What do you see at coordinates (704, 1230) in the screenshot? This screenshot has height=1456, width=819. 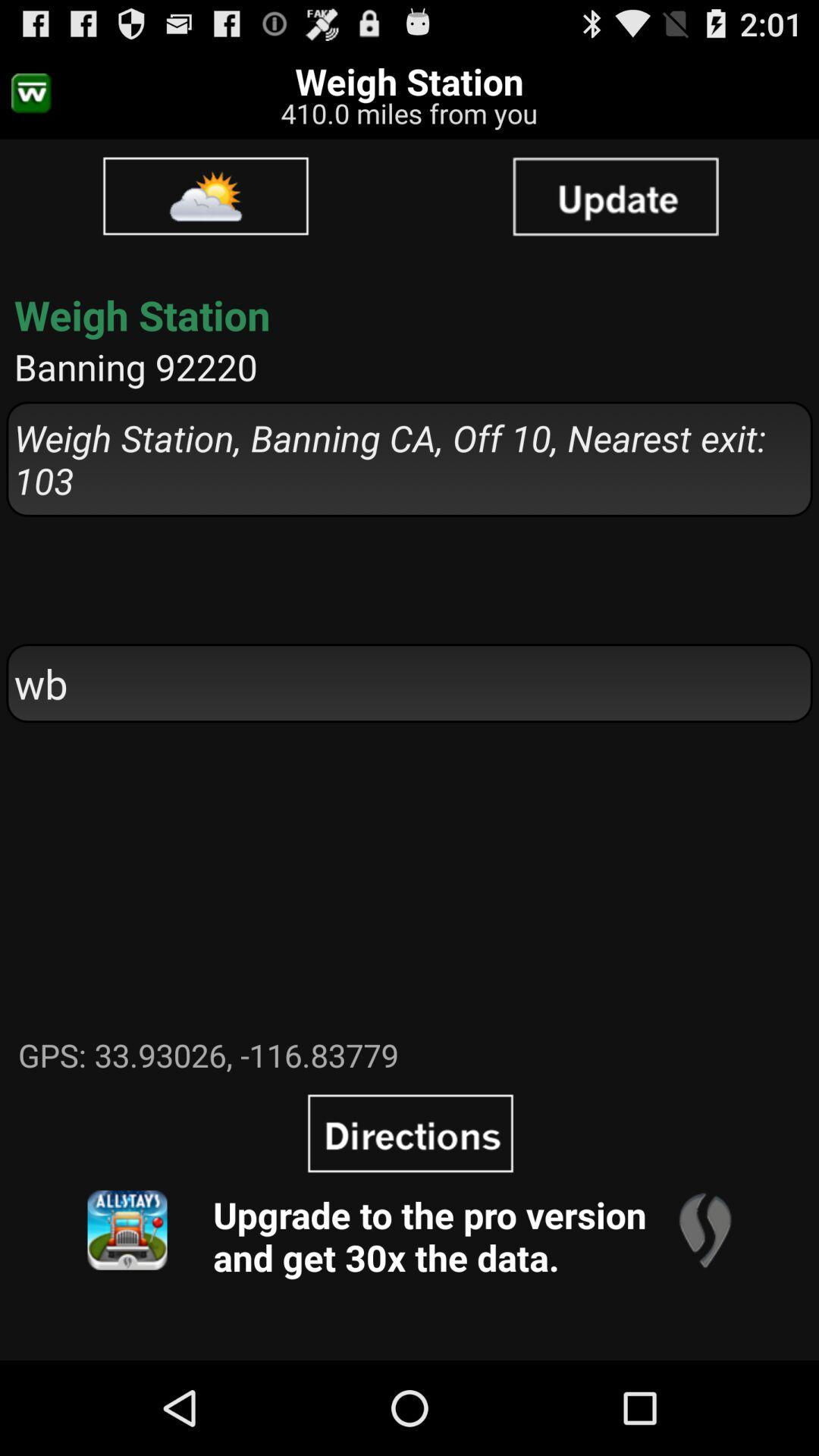 I see `the app below the gps 33 93026` at bounding box center [704, 1230].